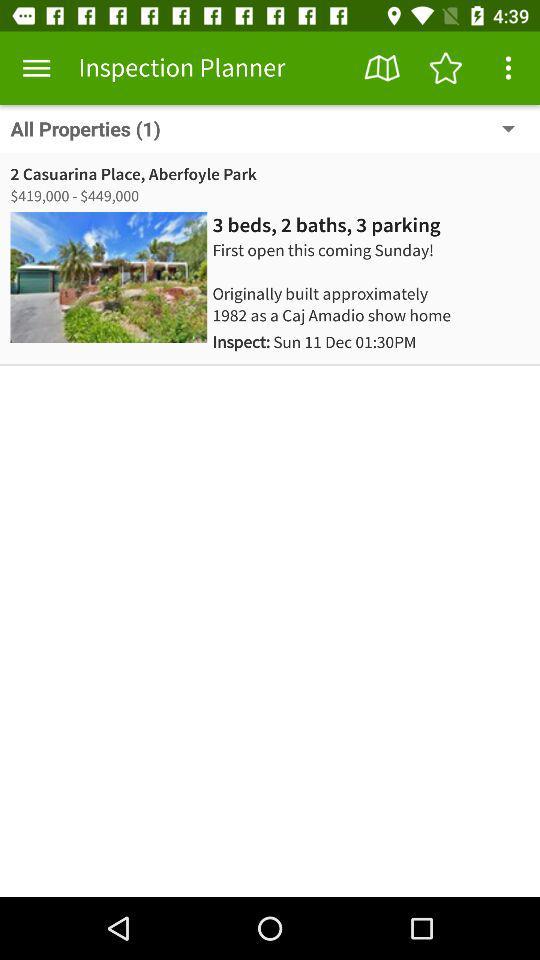 This screenshot has height=960, width=540. I want to click on the item to the right of the inspection planner app, so click(382, 68).